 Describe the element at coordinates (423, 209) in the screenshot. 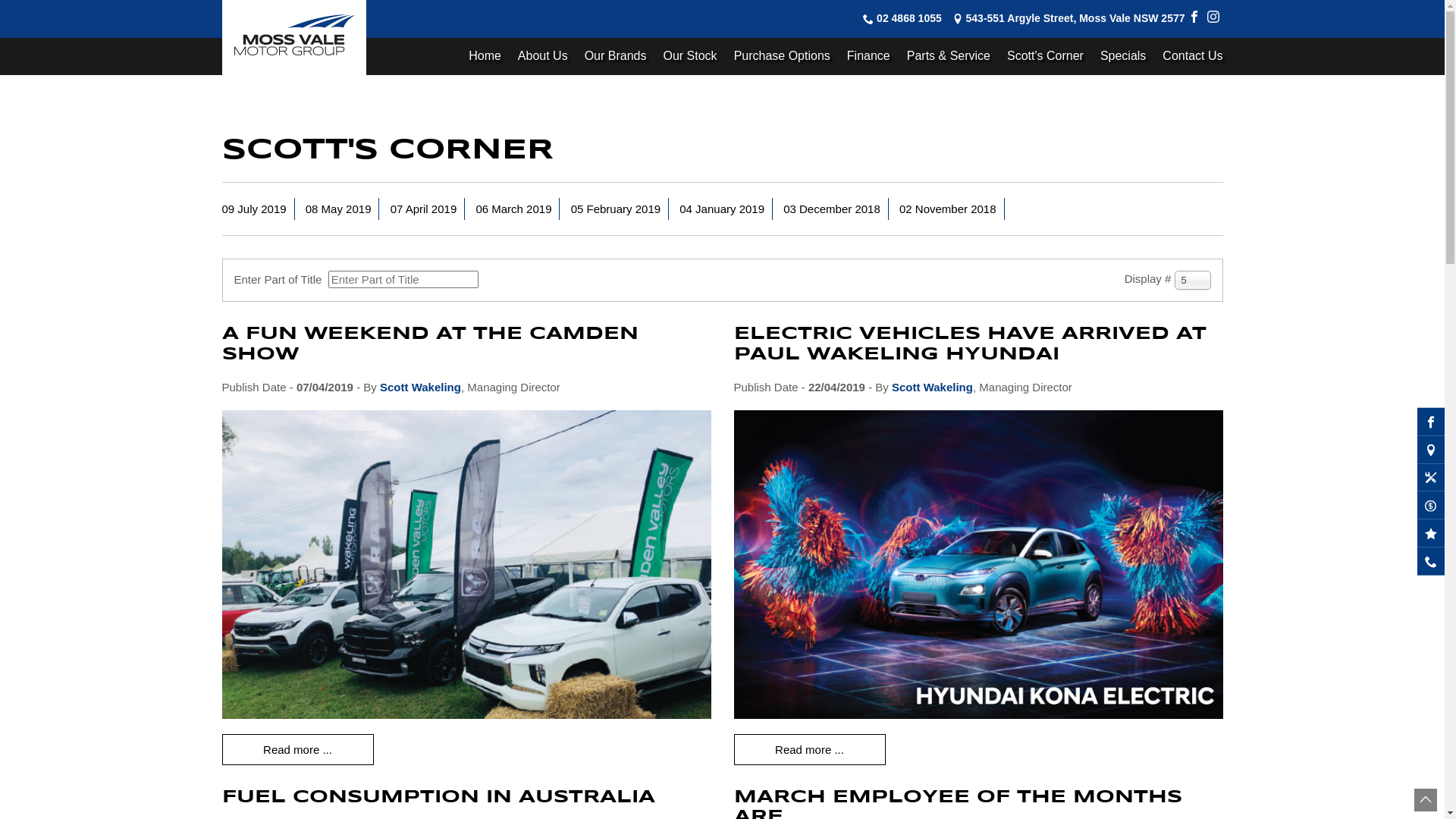

I see `'07 April 2019'` at that location.